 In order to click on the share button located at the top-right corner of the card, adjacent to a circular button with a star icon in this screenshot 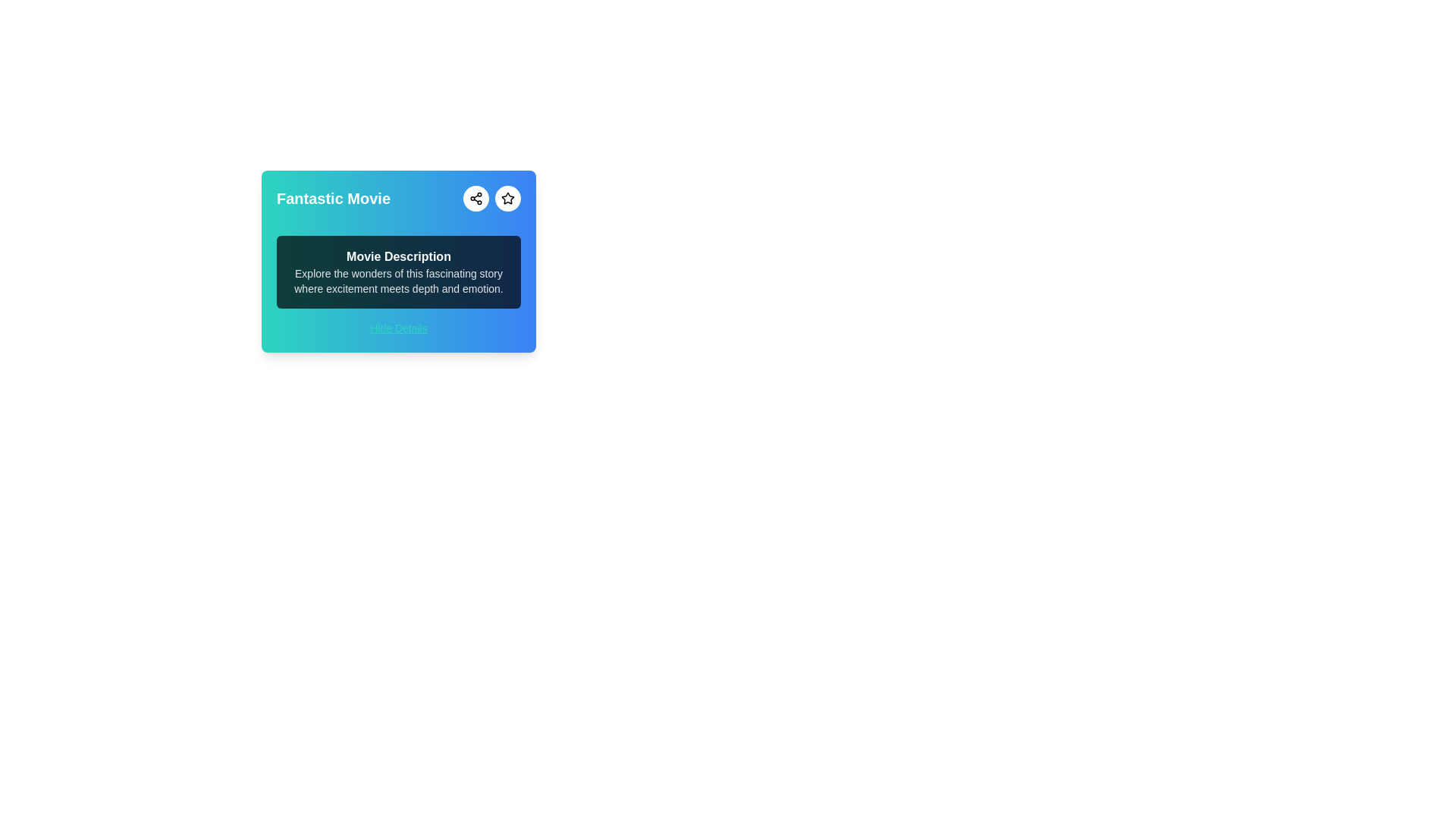, I will do `click(475, 198)`.